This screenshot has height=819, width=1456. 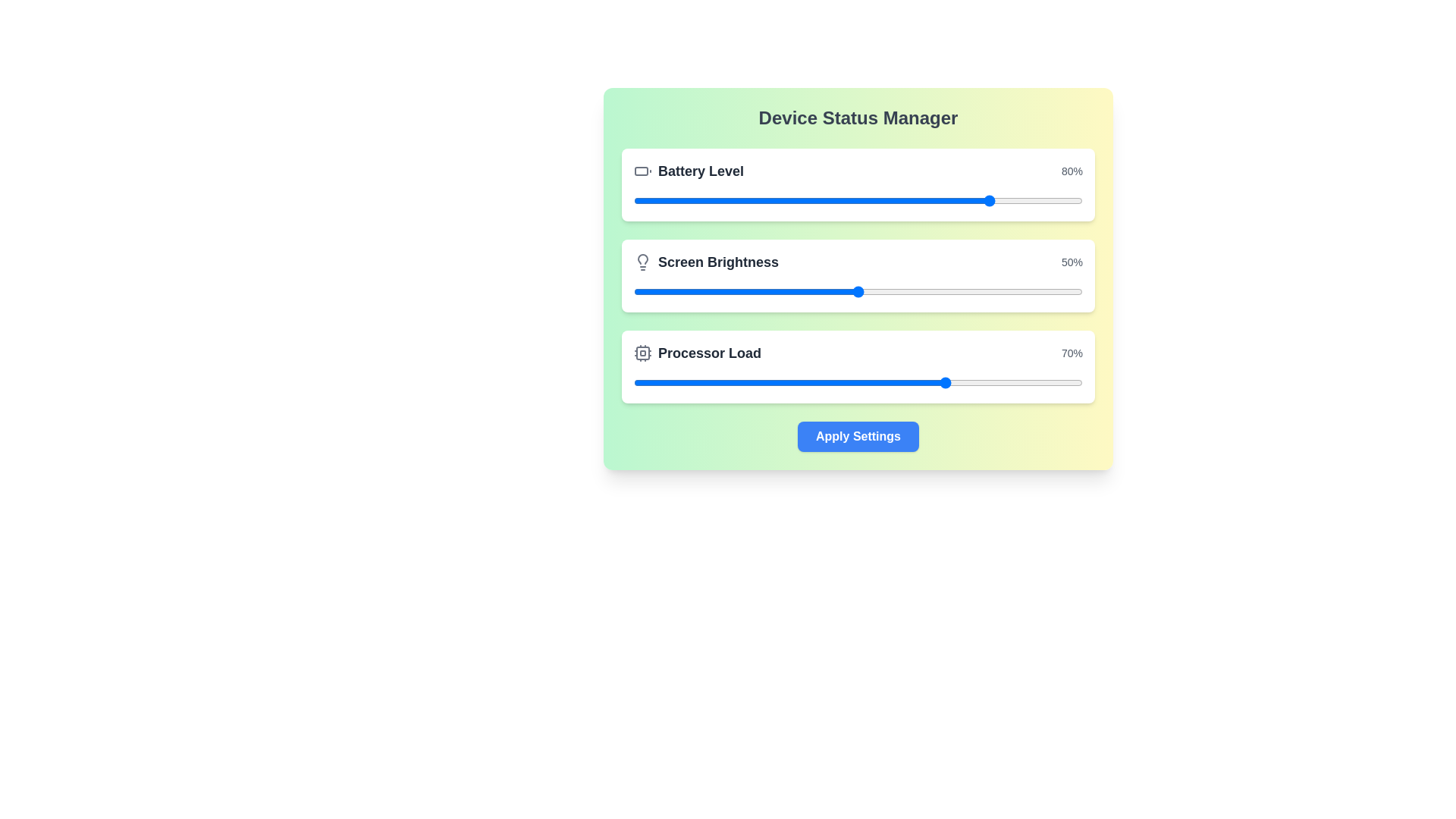 What do you see at coordinates (908, 200) in the screenshot?
I see `the battery level slider` at bounding box center [908, 200].